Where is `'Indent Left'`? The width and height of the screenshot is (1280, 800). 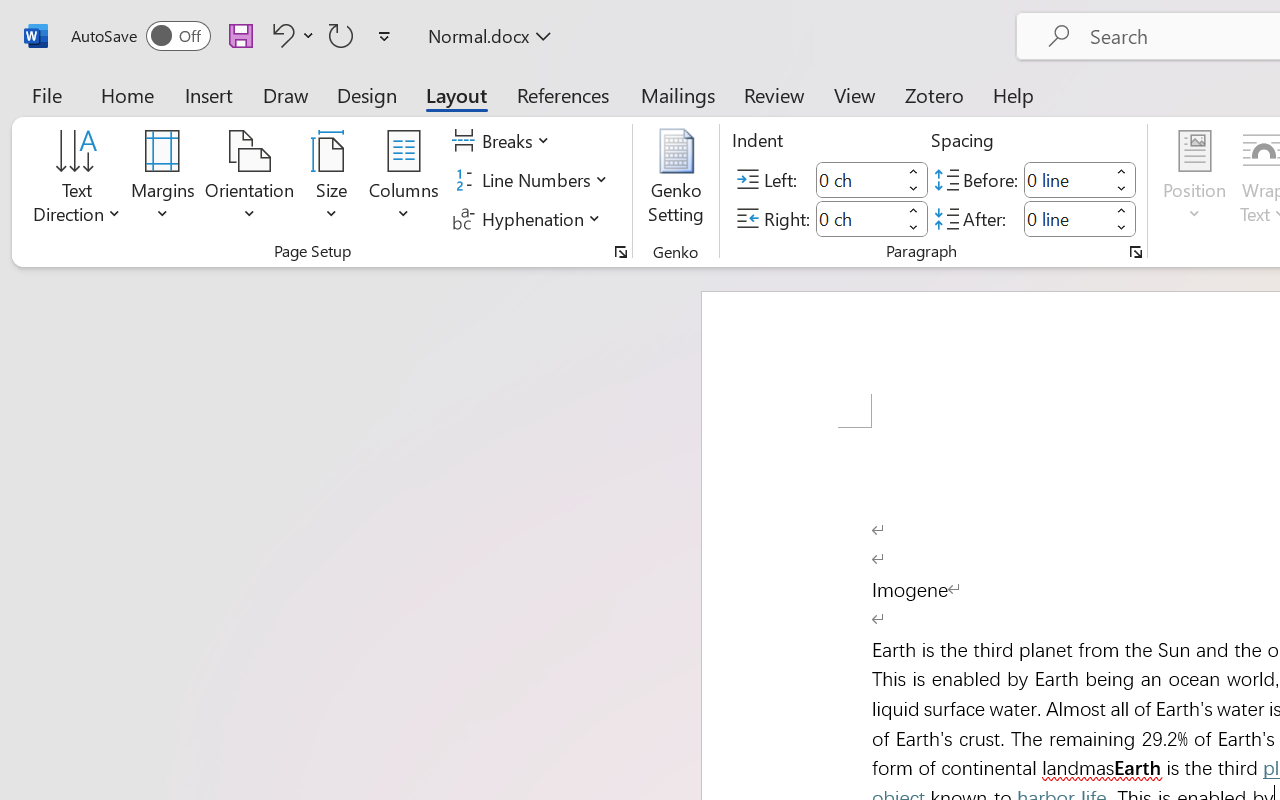 'Indent Left' is located at coordinates (858, 178).